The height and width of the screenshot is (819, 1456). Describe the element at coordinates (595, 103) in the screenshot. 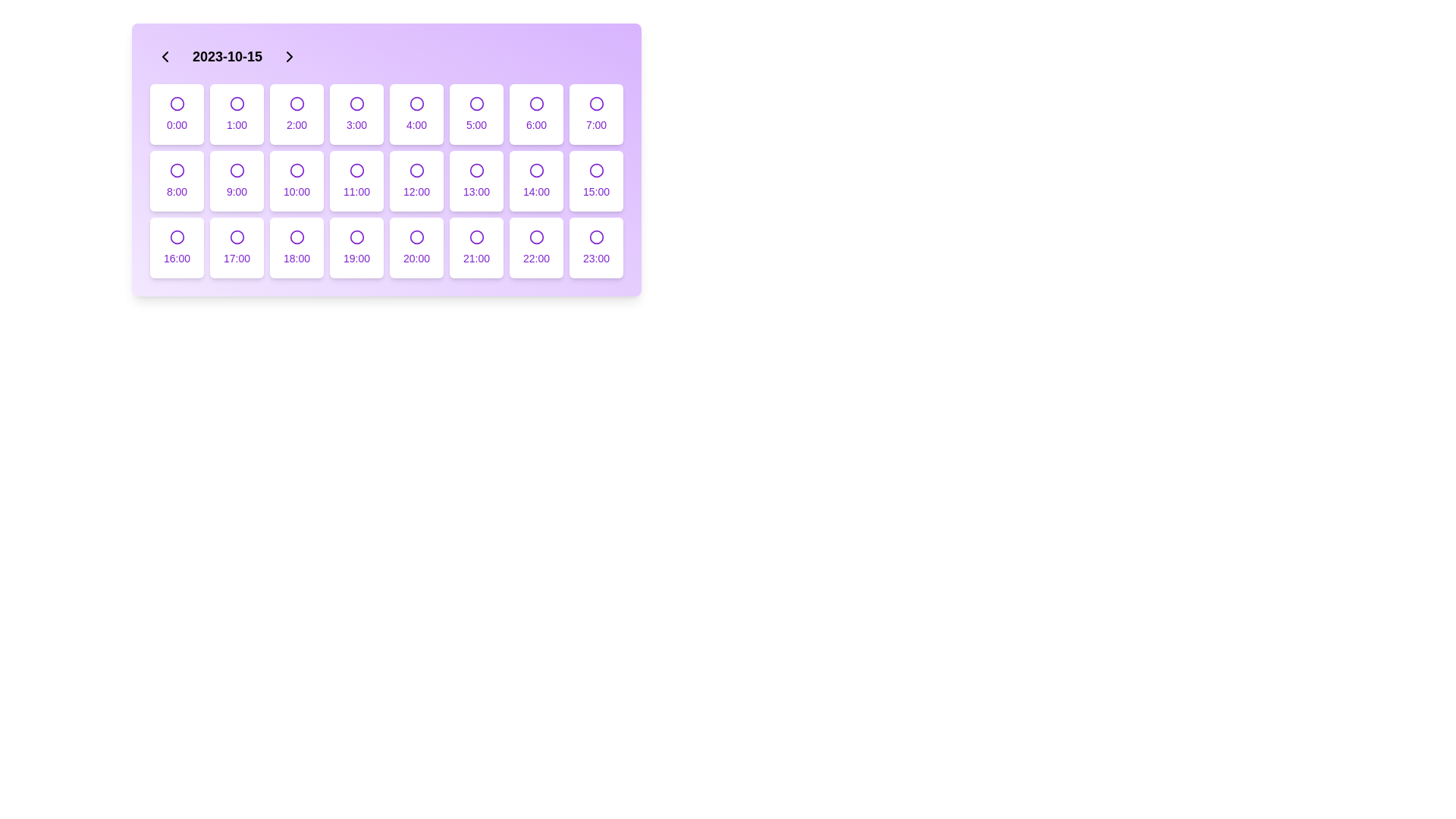

I see `the circular indicator resembling a selection circle located in the '7:00' time slot of the grid layout` at that location.